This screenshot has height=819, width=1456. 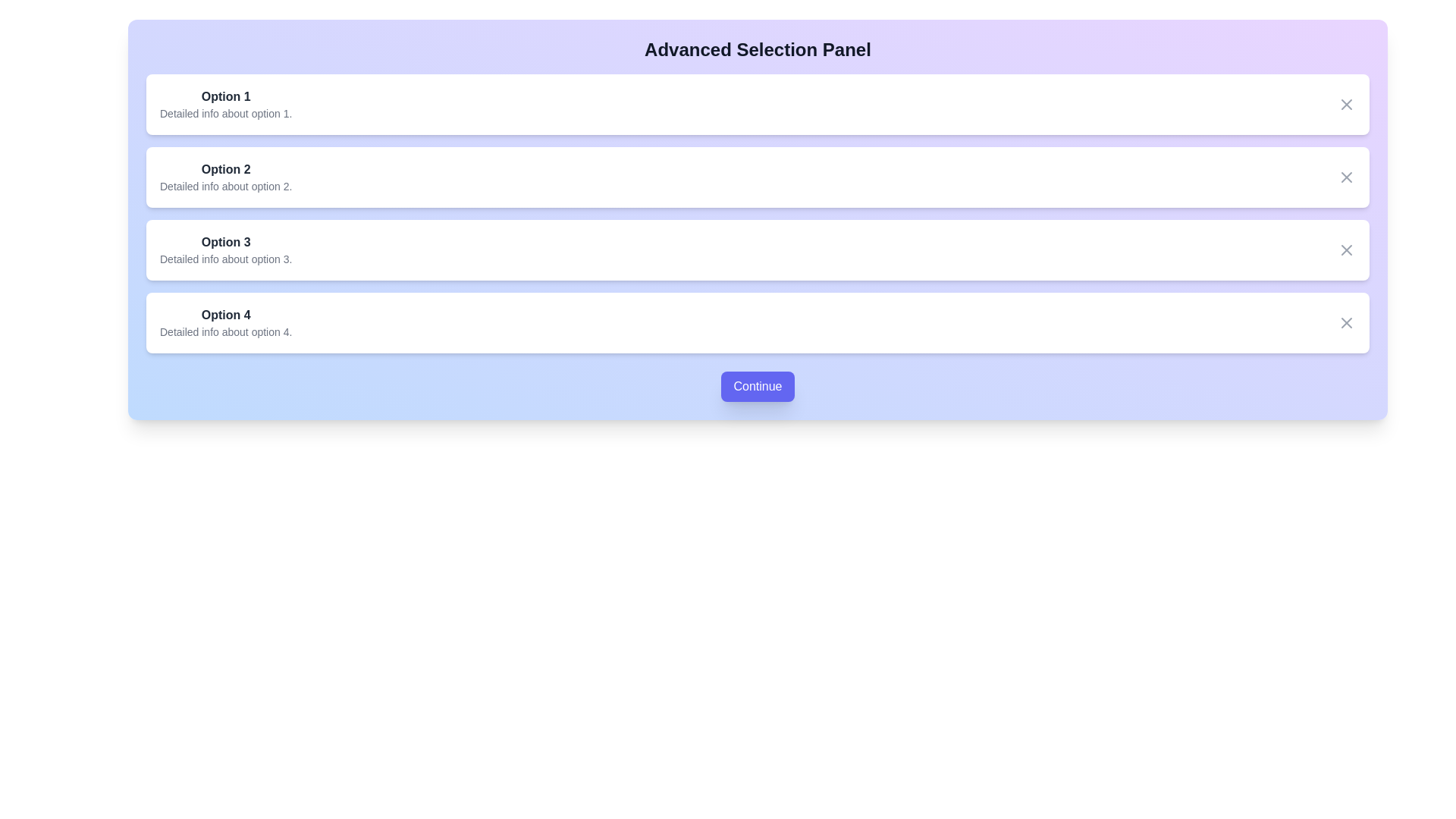 I want to click on the List Item Card displaying 'Option 3' with detailed info about option 3, which is the third item in a vertical list of options, so click(x=758, y=249).